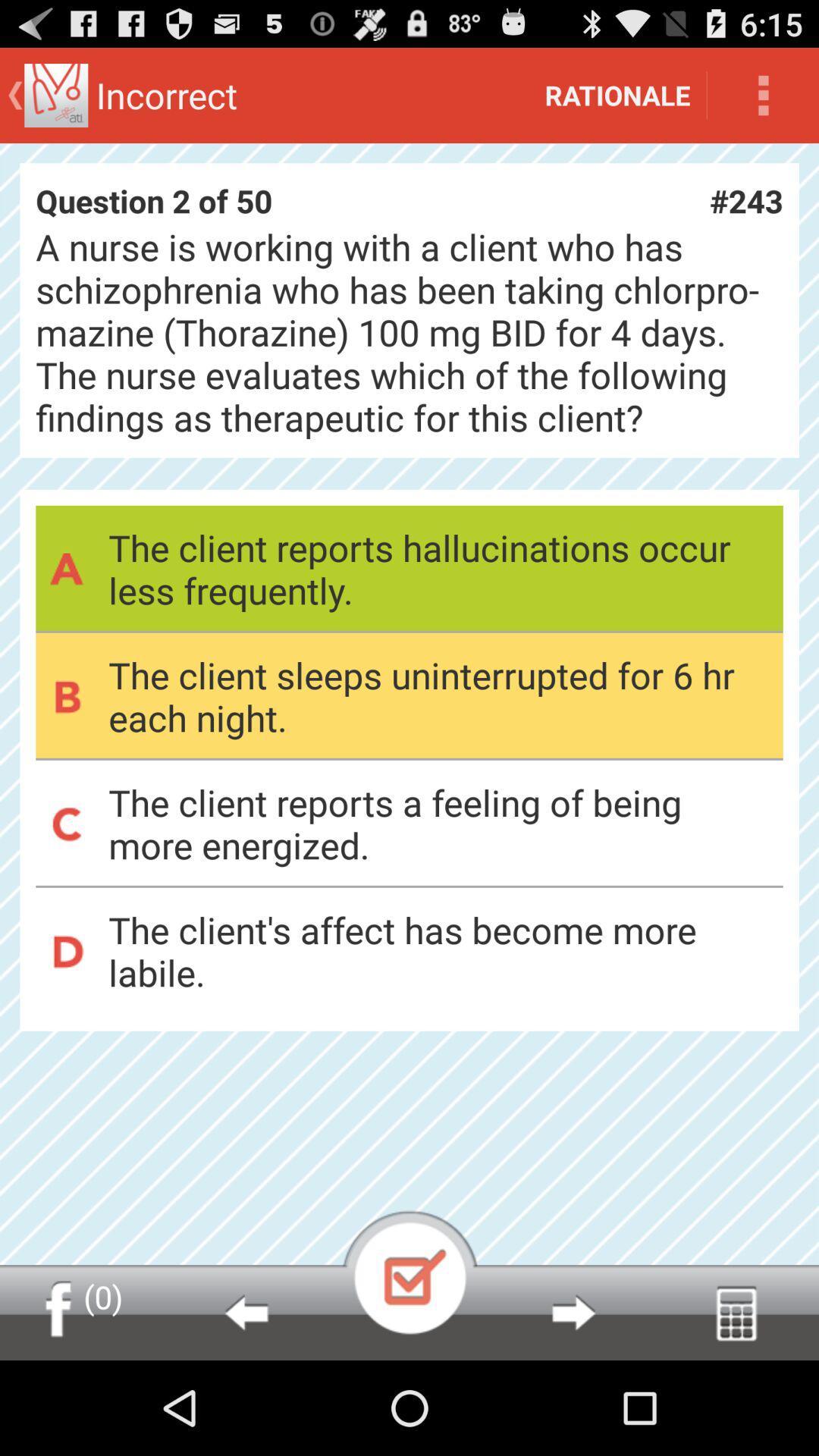 This screenshot has width=819, height=1456. Describe the element at coordinates (245, 1404) in the screenshot. I see `the arrow_backward icon` at that location.